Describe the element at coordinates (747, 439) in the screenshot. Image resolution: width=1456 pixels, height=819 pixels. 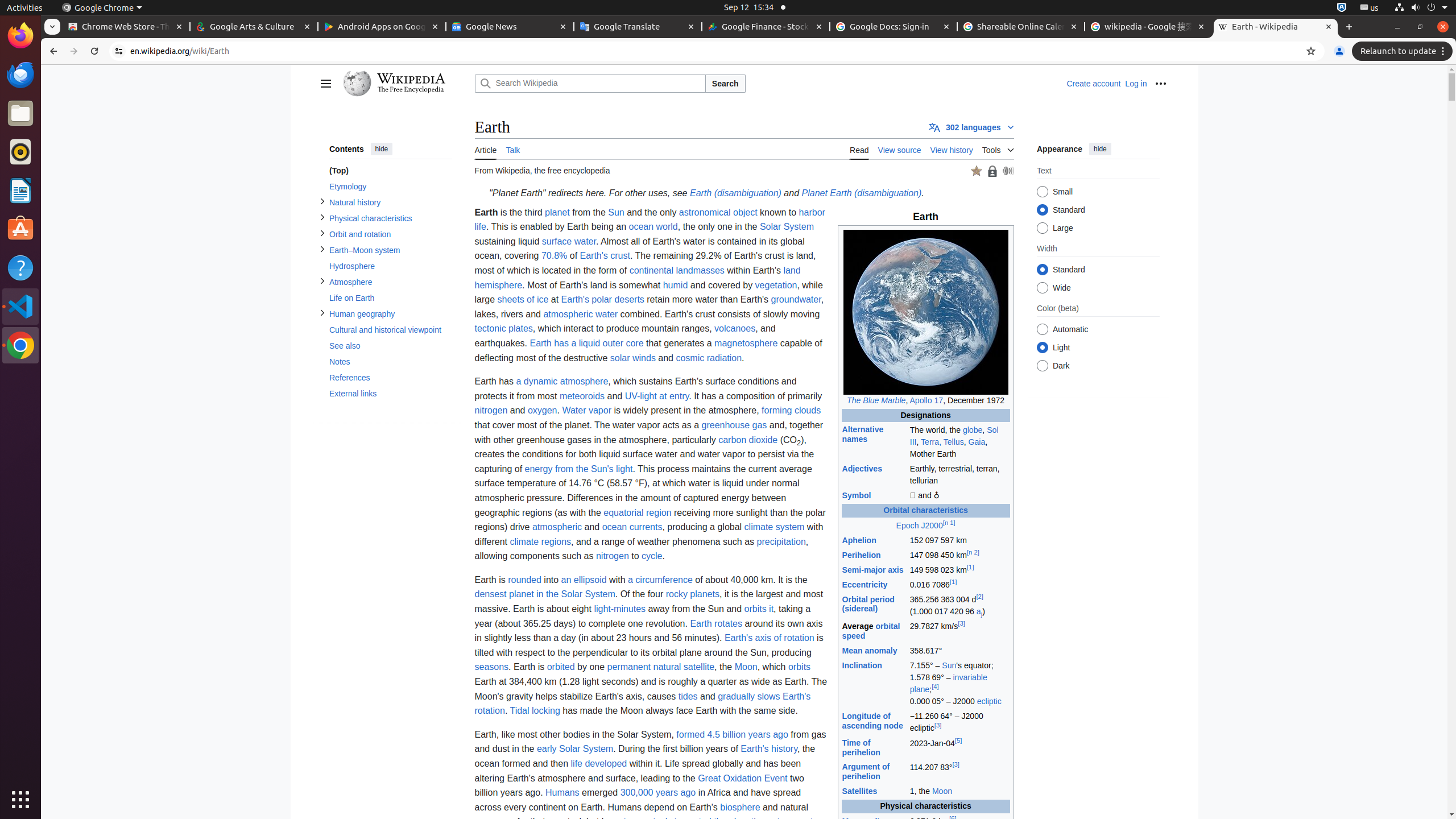
I see `'carbon dioxide'` at that location.